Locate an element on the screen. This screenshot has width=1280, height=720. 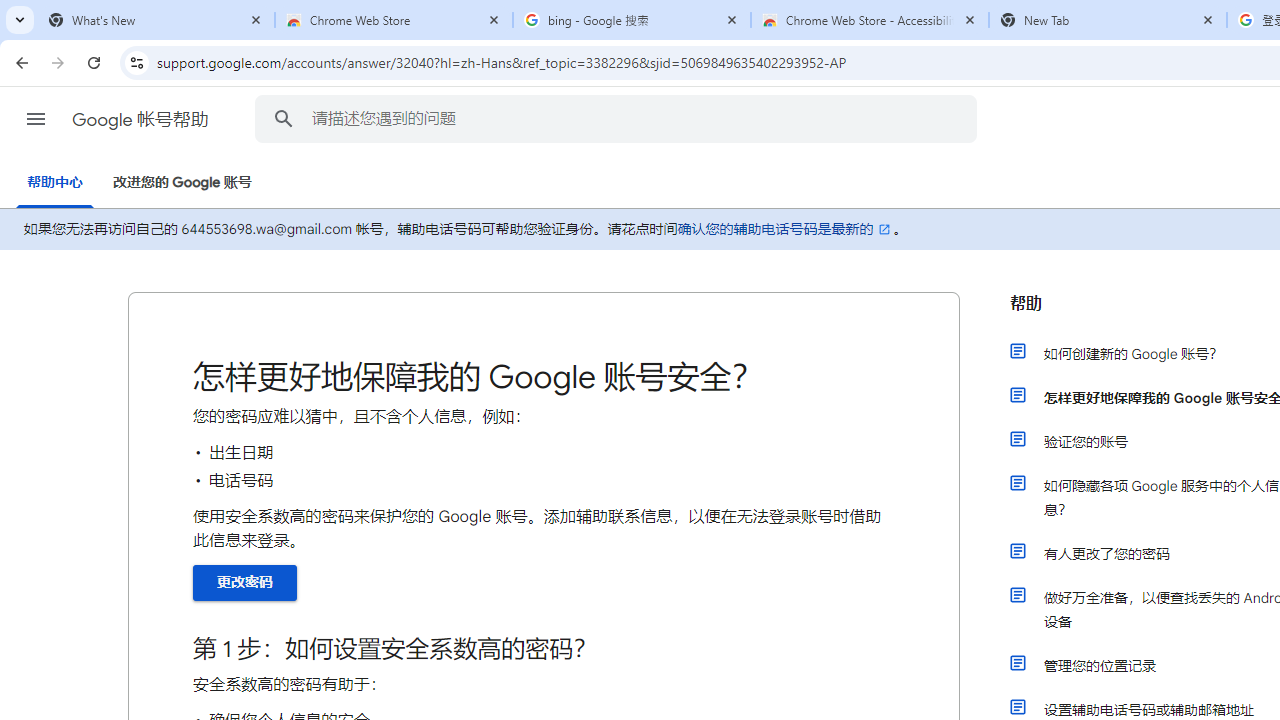
'Chrome Web Store - Accessibility' is located at coordinates (870, 20).